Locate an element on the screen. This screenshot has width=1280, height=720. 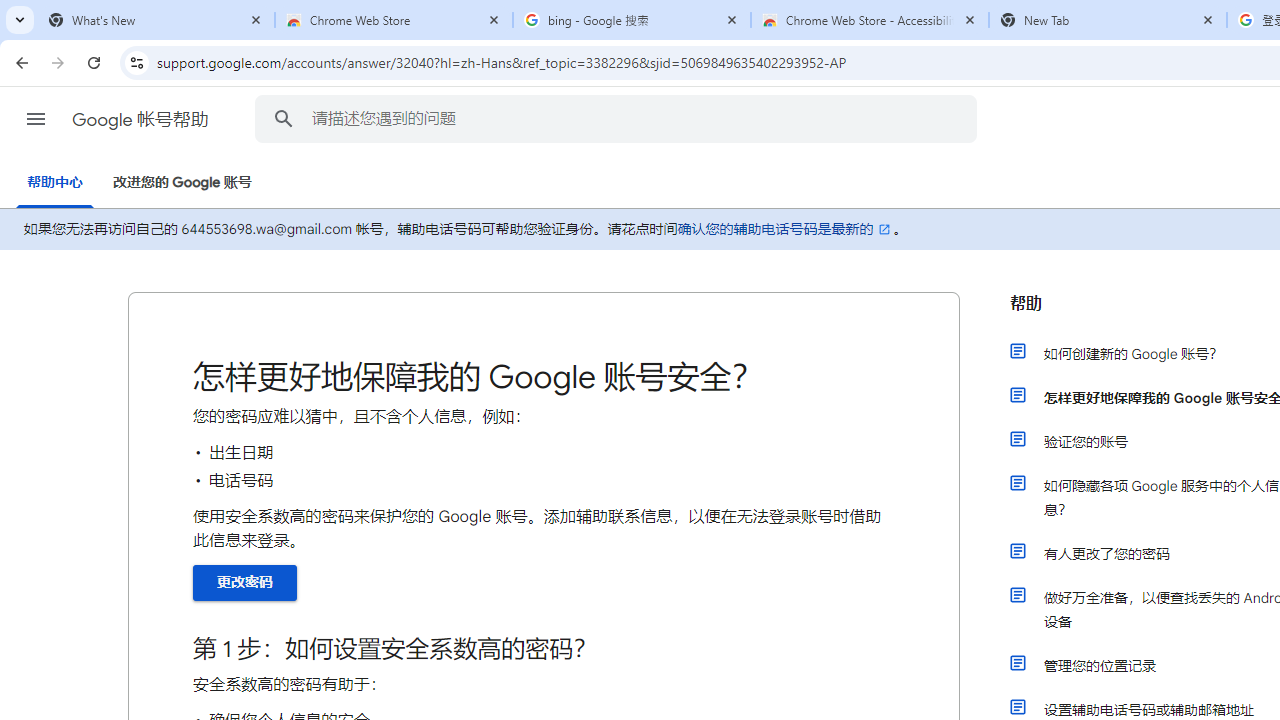
'Chrome Web Store - Accessibility' is located at coordinates (870, 20).